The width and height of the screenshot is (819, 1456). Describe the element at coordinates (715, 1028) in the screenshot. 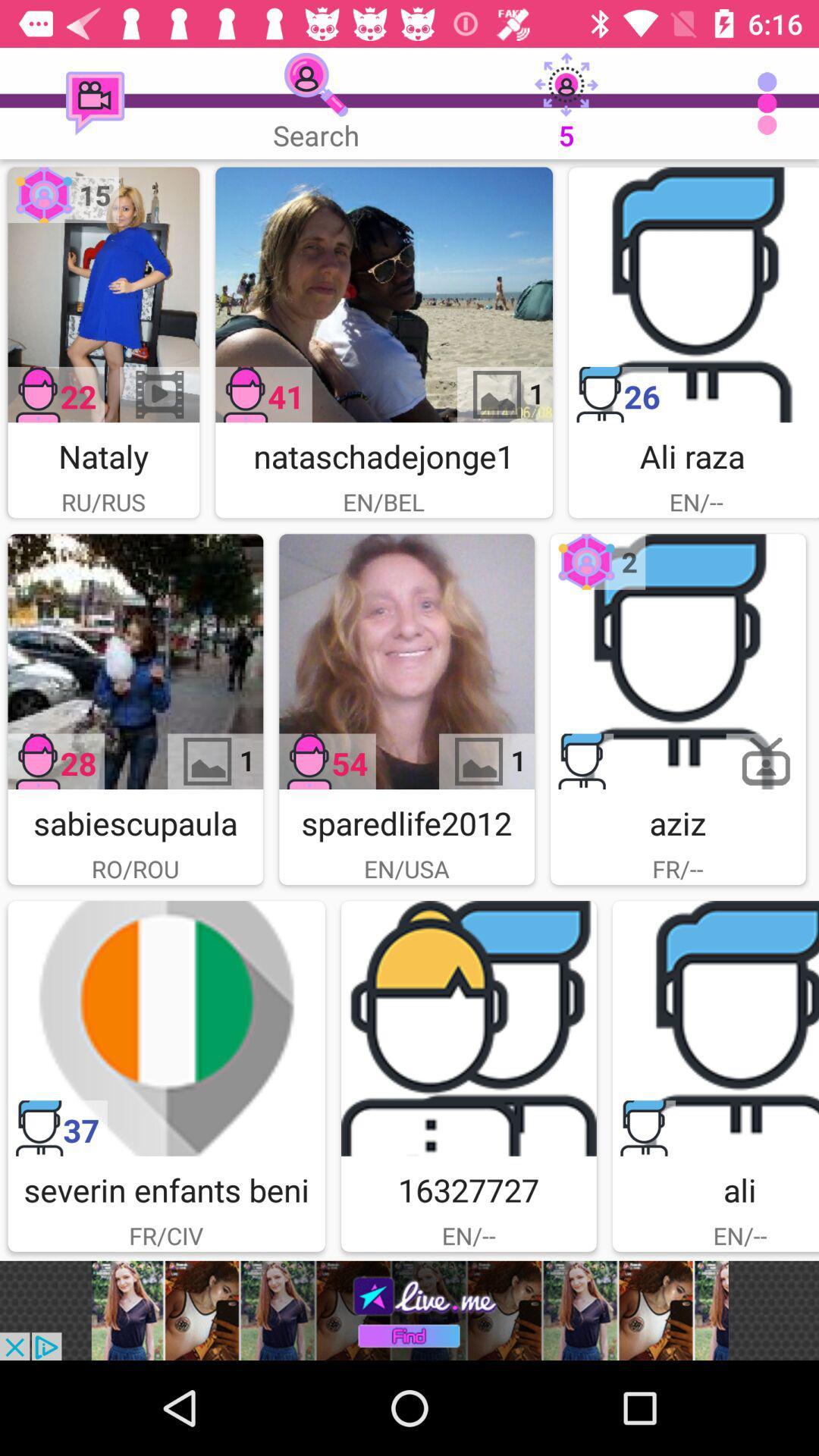

I see `advertisement` at that location.